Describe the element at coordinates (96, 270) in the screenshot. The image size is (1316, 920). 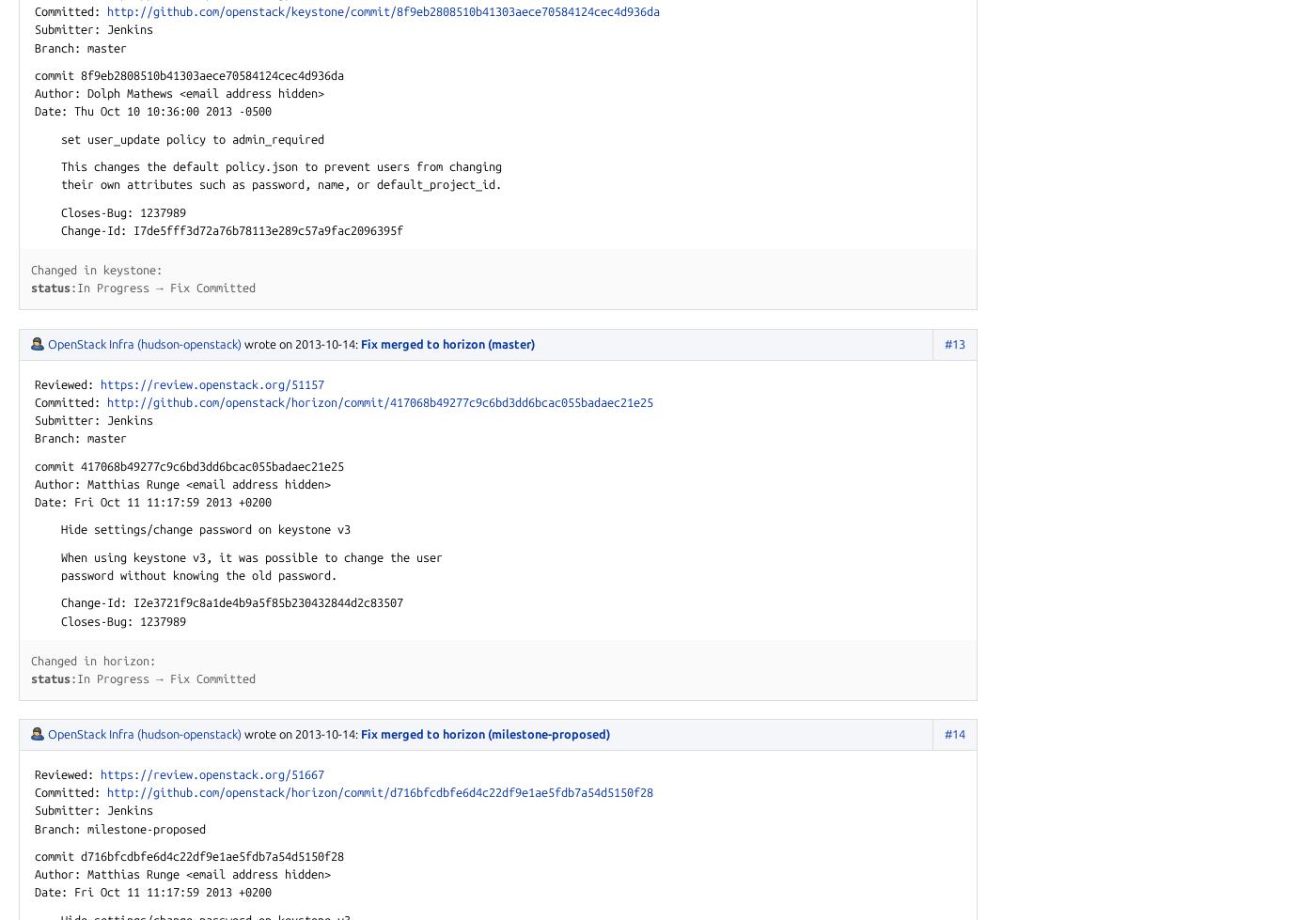
I see `'Changed in keystone:'` at that location.